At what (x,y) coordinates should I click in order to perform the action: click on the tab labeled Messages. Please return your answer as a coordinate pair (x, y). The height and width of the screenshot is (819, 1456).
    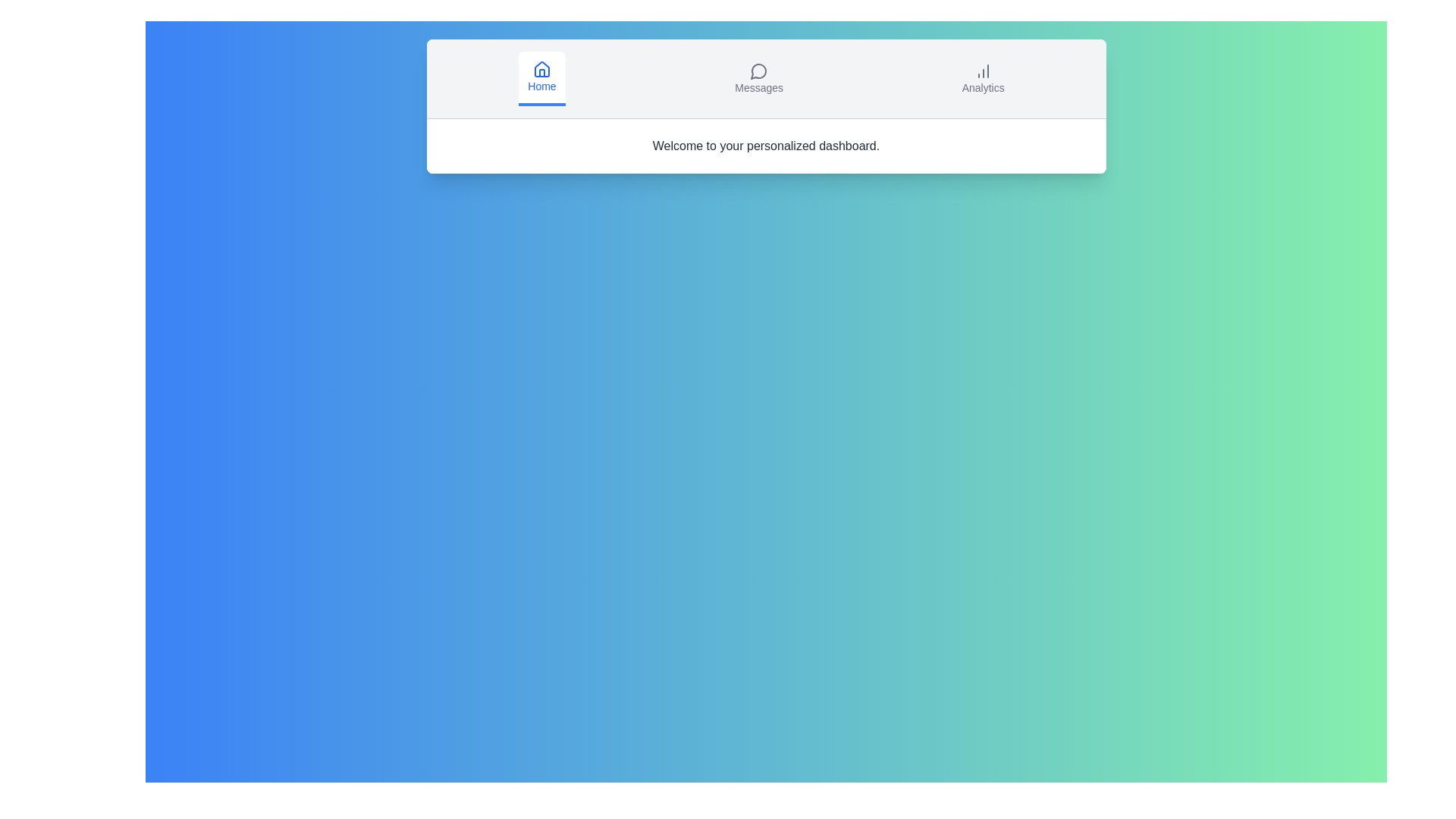
    Looking at the image, I should click on (759, 79).